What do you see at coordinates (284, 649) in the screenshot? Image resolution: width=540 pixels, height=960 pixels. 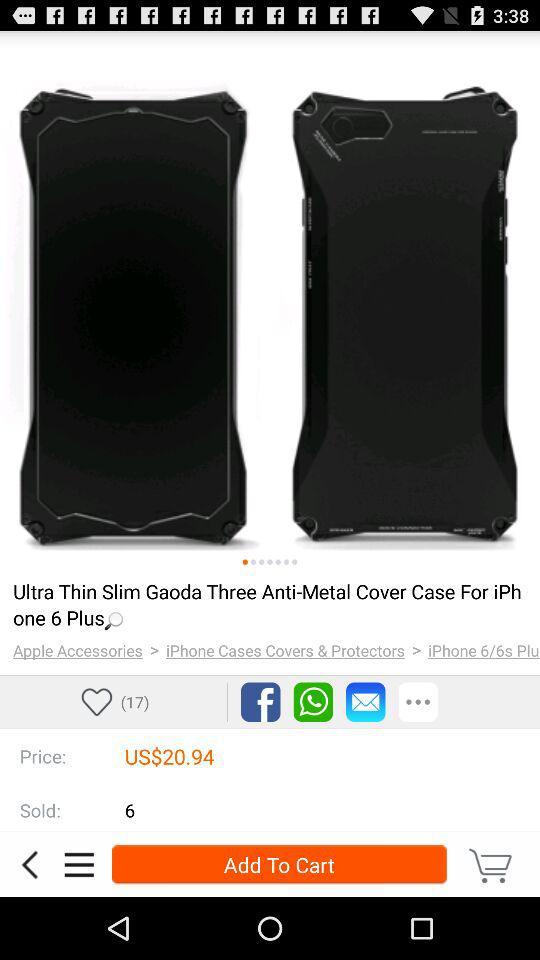 I see `item to the right of the >` at bounding box center [284, 649].